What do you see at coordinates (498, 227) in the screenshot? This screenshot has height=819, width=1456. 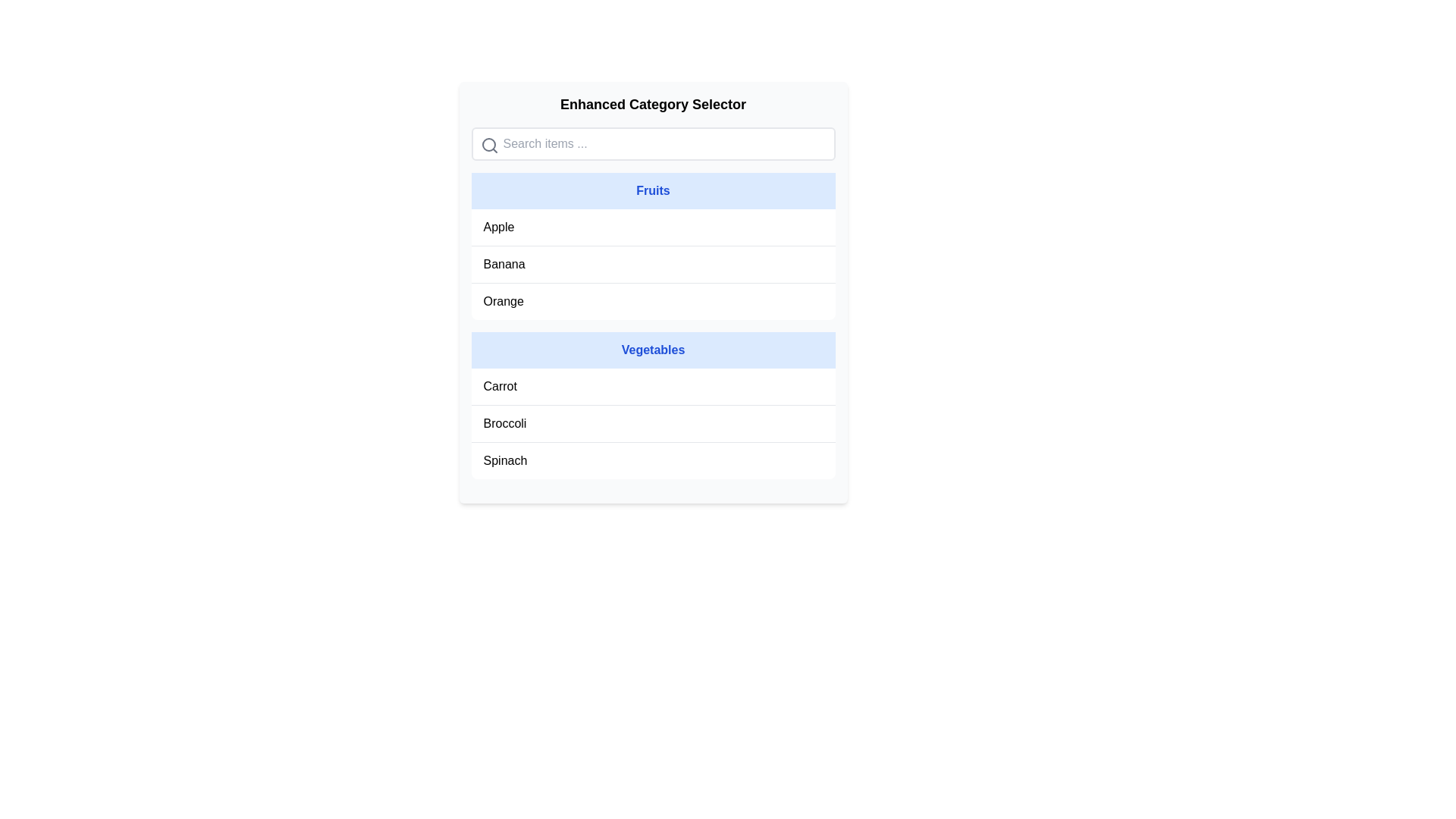 I see `the static text label displaying 'Apple', which is the topmost item in the 'Fruits' section of the category selector interface` at bounding box center [498, 227].